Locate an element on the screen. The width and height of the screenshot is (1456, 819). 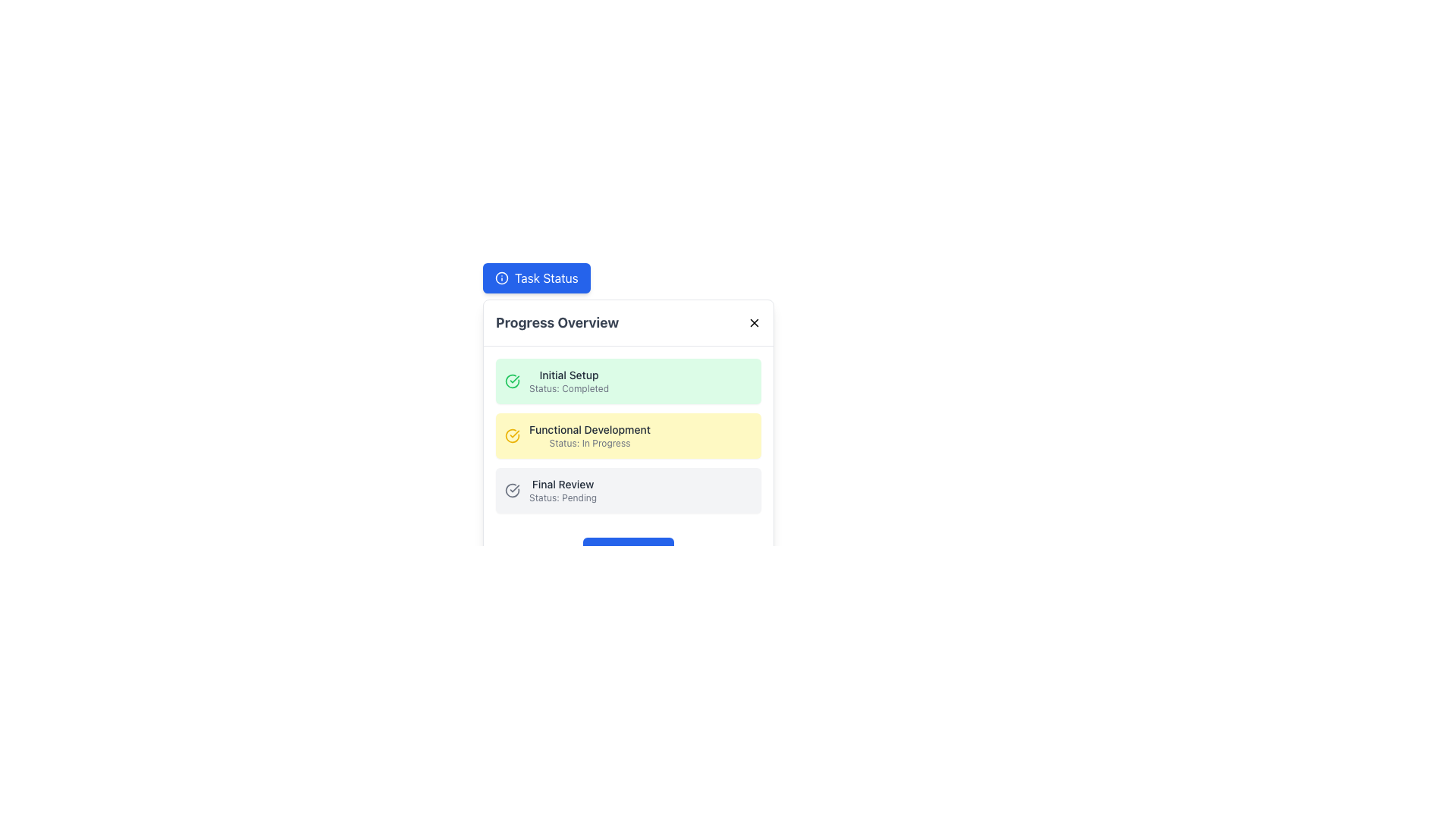
the circular green icon with a tick mark located in the 'Initial Setup' status box in the 'Progress Overview' modal, positioned above the 'Functional Development' task status is located at coordinates (513, 380).